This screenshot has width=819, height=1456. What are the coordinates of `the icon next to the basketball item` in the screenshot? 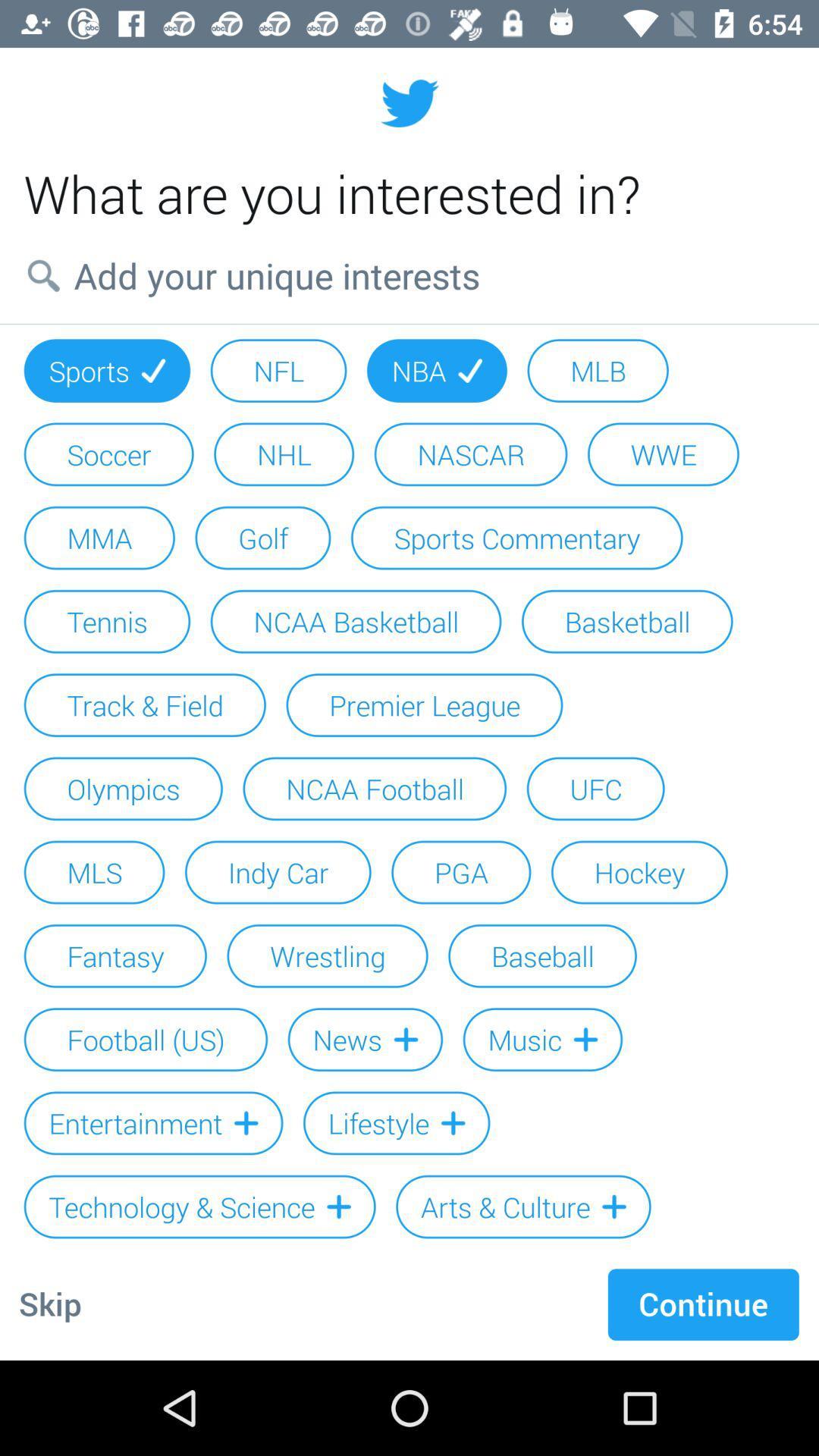 It's located at (356, 621).